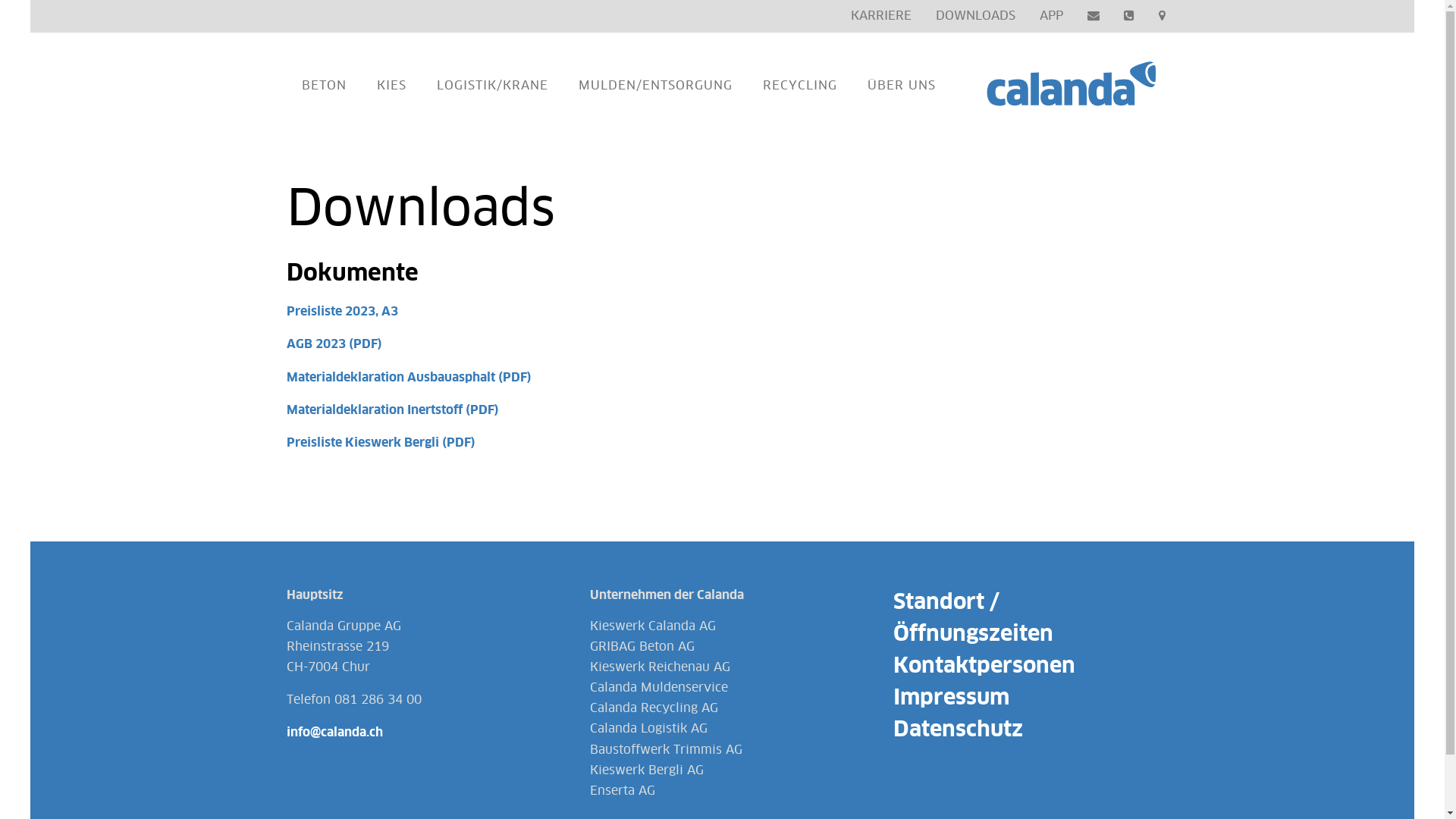 The width and height of the screenshot is (1456, 819). Describe the element at coordinates (957, 730) in the screenshot. I see `'Datenschutz'` at that location.